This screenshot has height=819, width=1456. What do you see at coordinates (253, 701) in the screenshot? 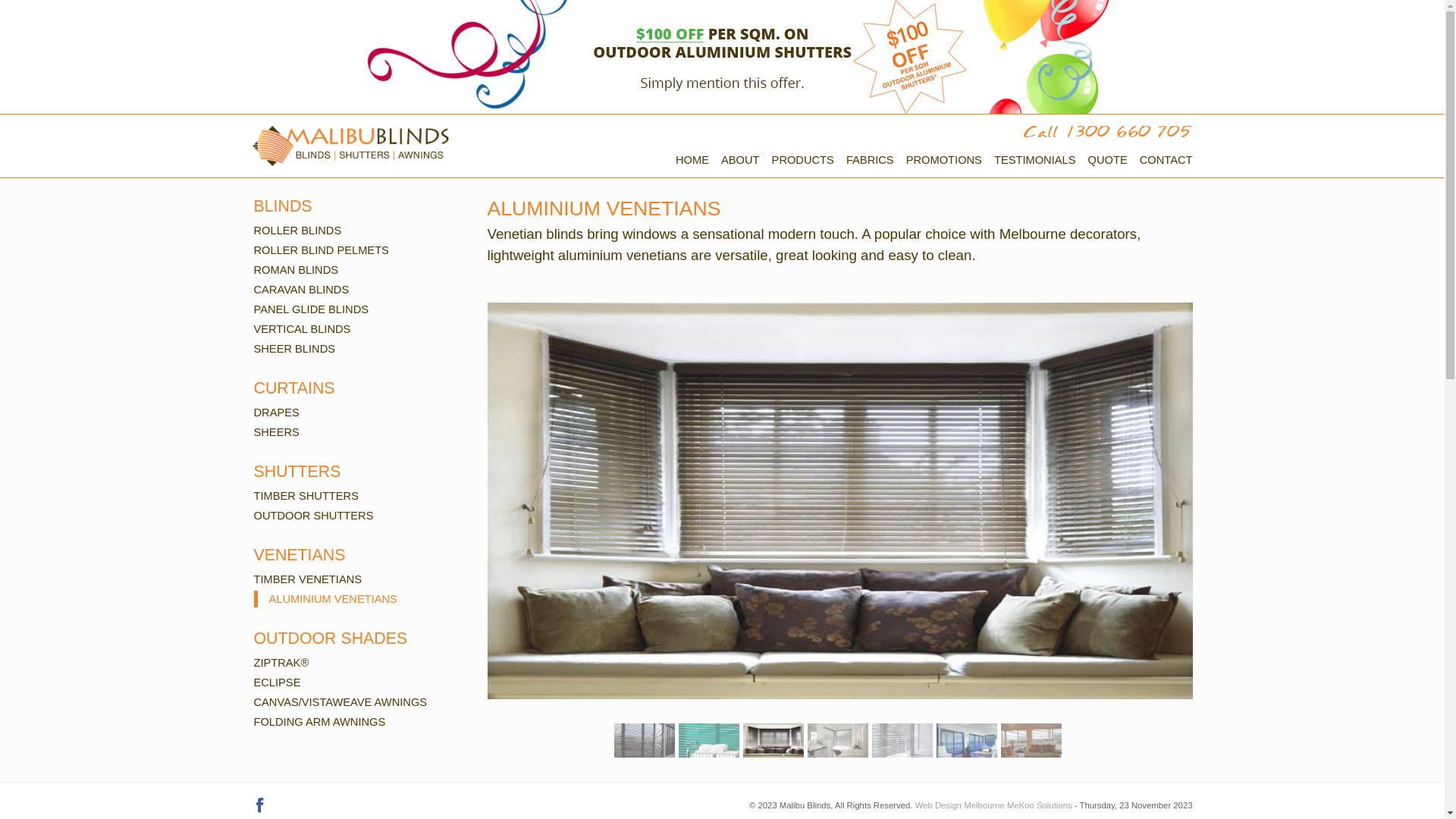
I see `'CANVAS/VISTAWEAVE AWNINGS'` at bounding box center [253, 701].